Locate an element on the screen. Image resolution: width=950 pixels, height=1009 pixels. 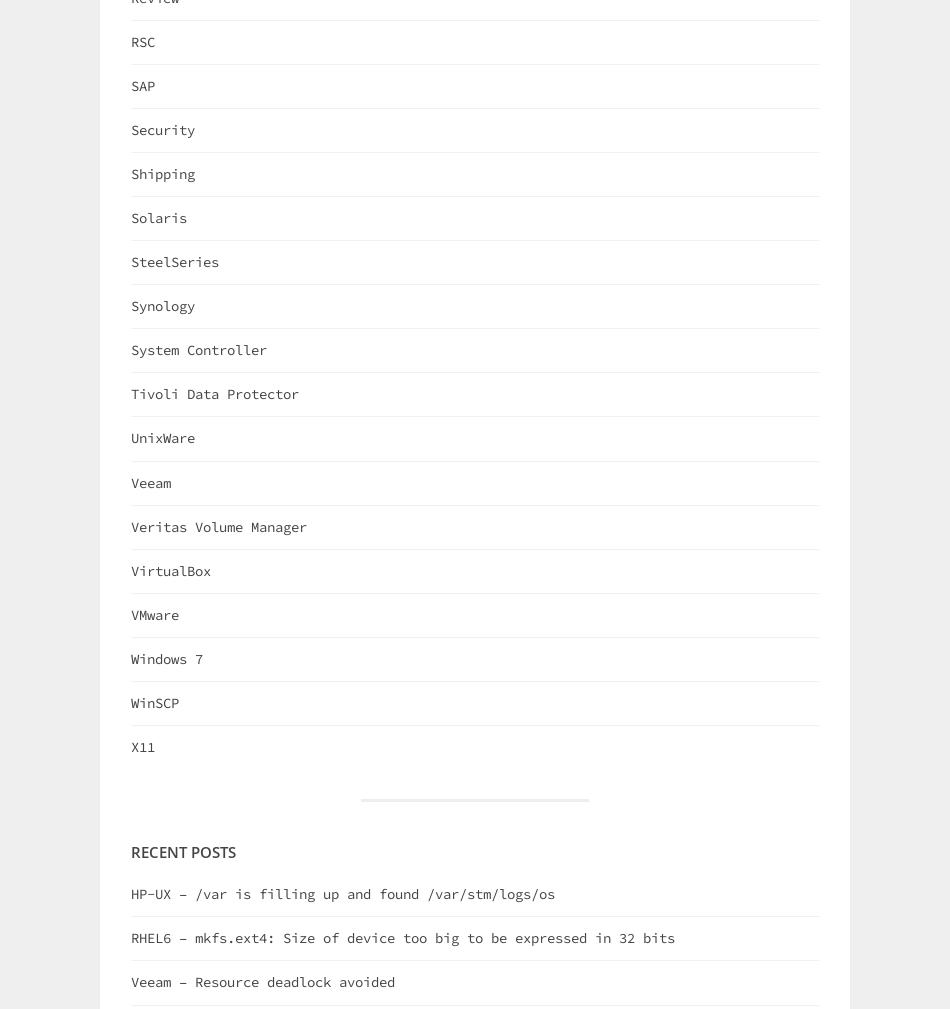
'Security' is located at coordinates (131, 127).